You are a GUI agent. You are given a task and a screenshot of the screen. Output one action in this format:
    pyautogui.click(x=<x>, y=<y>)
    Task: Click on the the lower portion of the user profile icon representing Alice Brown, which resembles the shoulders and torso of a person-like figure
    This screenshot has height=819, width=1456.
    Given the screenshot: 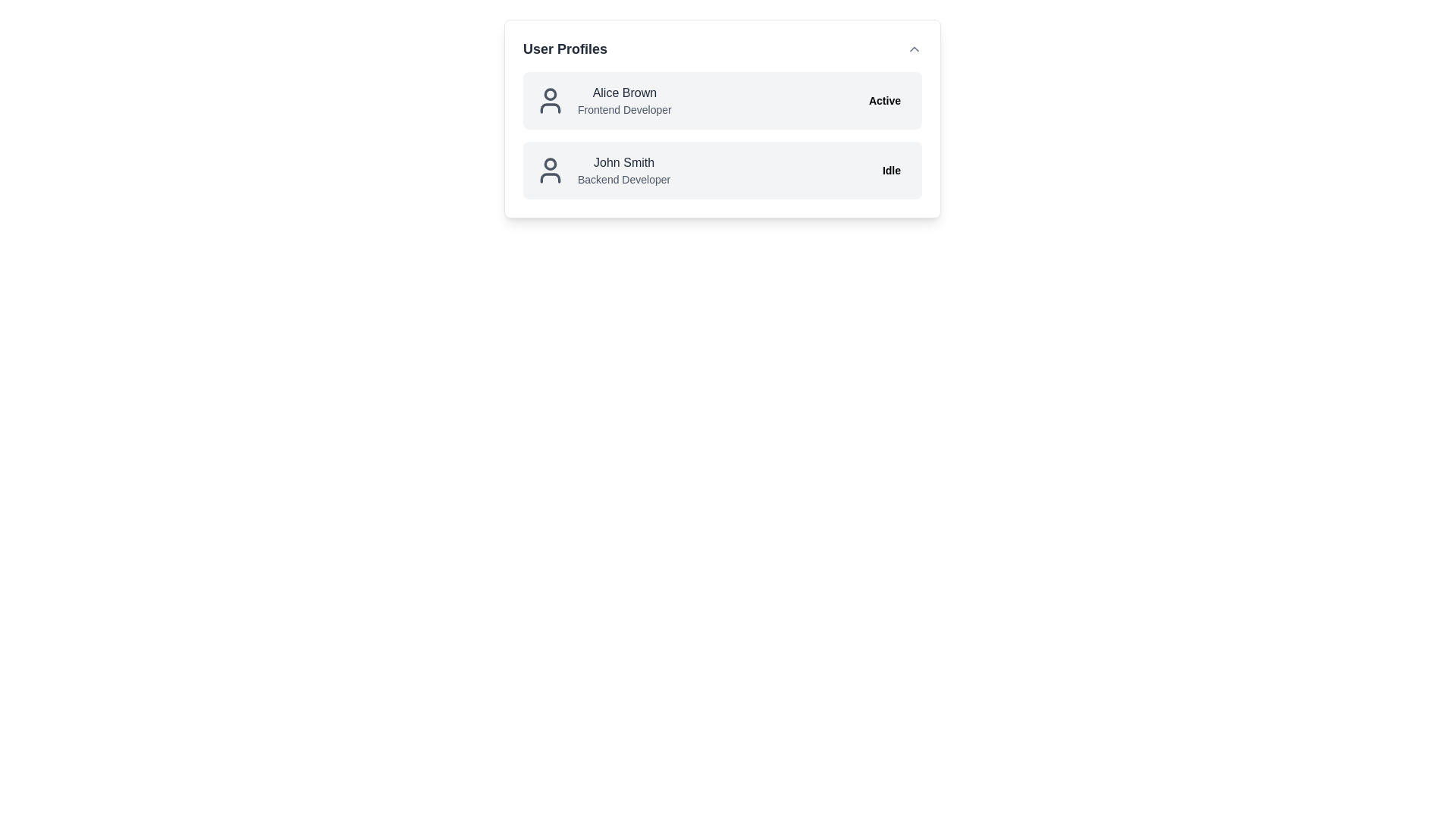 What is the action you would take?
    pyautogui.click(x=549, y=107)
    